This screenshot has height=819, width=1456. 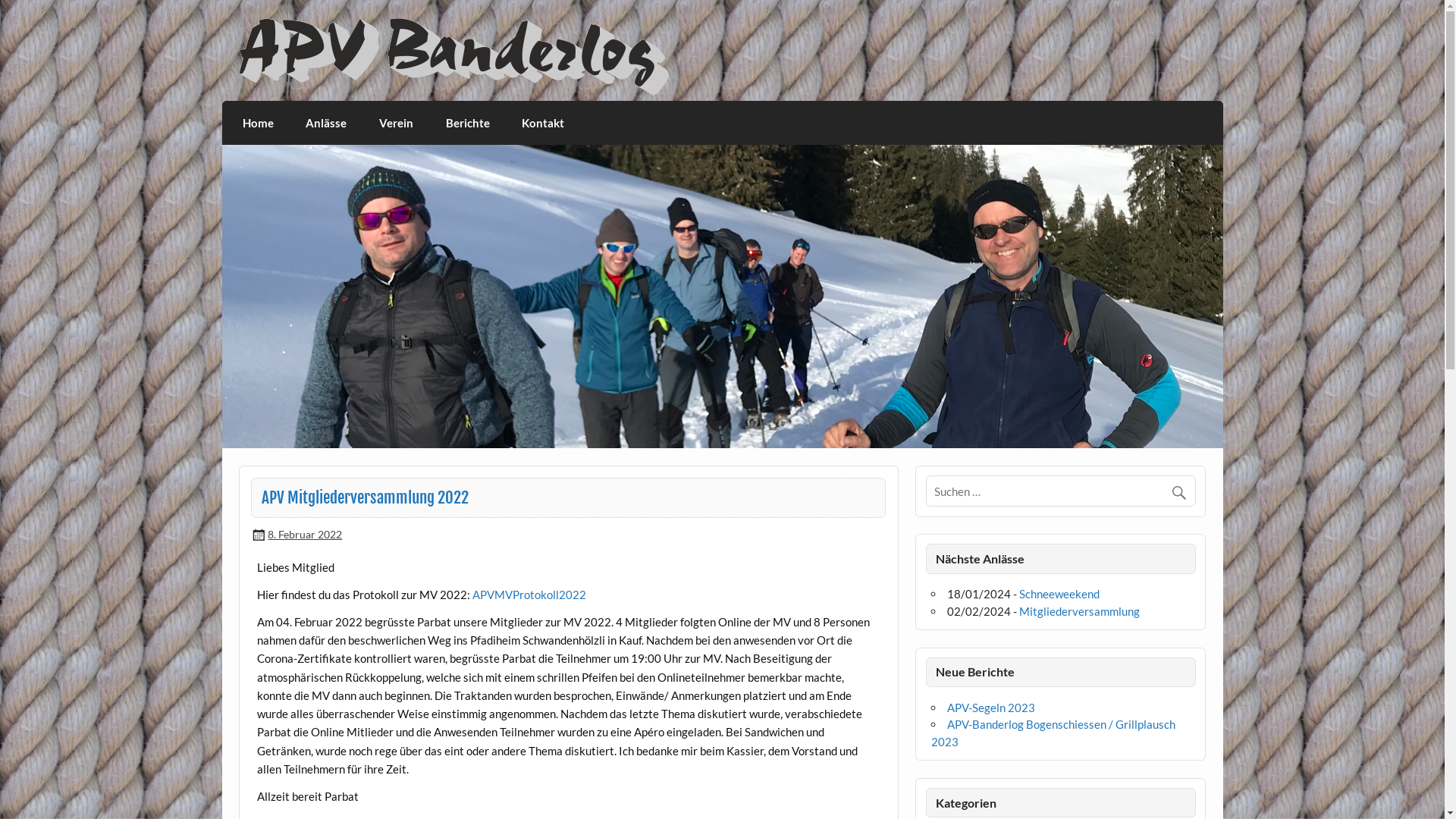 What do you see at coordinates (990, 708) in the screenshot?
I see `'APV-Segeln 2023'` at bounding box center [990, 708].